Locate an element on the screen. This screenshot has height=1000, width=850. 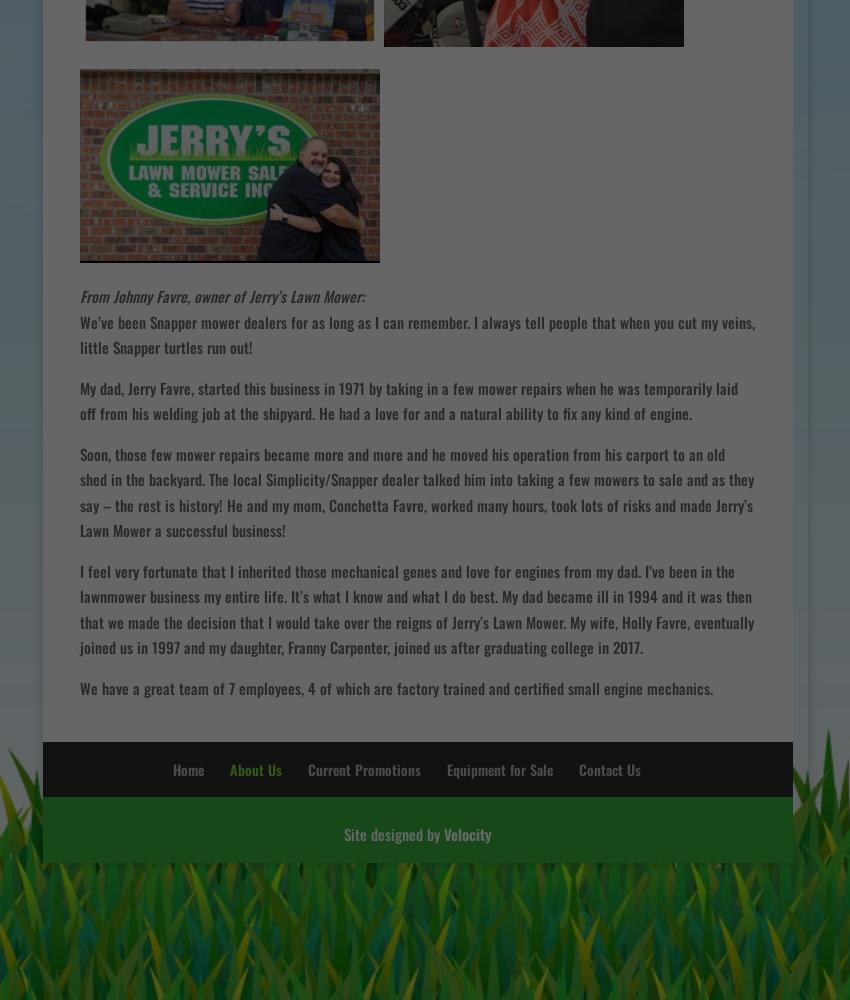
'Soon, those few mower repairs became more and more and he moved his operation from his carport to an old shed in the backyard. The local Simplicity/Snapper dealer talked him into taking a few mowers to sale and as they say – the rest is history! He and my mom, Conchetta Favre, worked many hours, took lots of risks and made Jerry’s Lawn Mower a successful business!' is located at coordinates (417, 490).